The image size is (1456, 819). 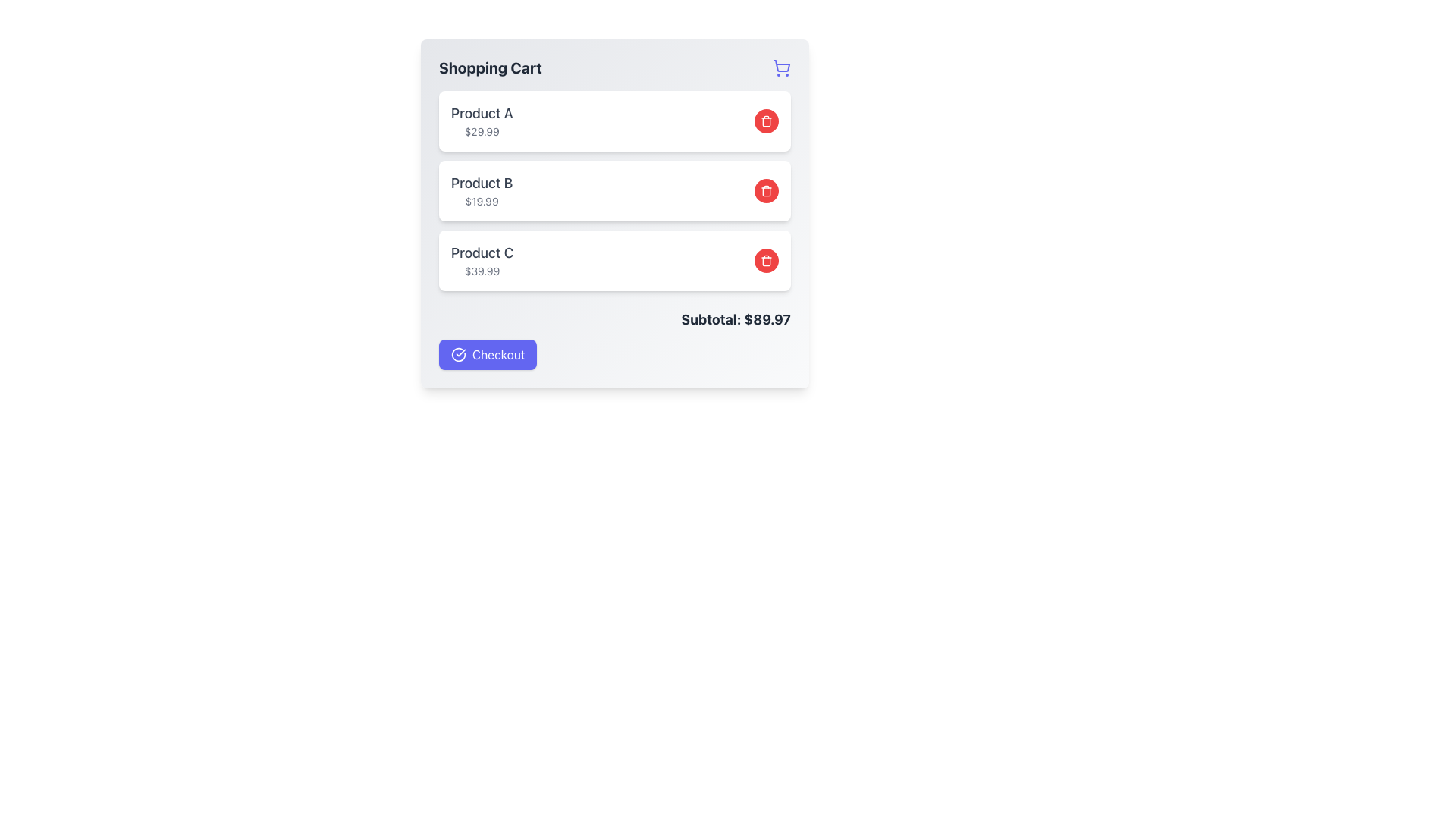 I want to click on the text label 'Product B' which is styled with a medium, gray font and located in the second row of the shopping cart, above the price tag '$19.99', so click(x=481, y=183).